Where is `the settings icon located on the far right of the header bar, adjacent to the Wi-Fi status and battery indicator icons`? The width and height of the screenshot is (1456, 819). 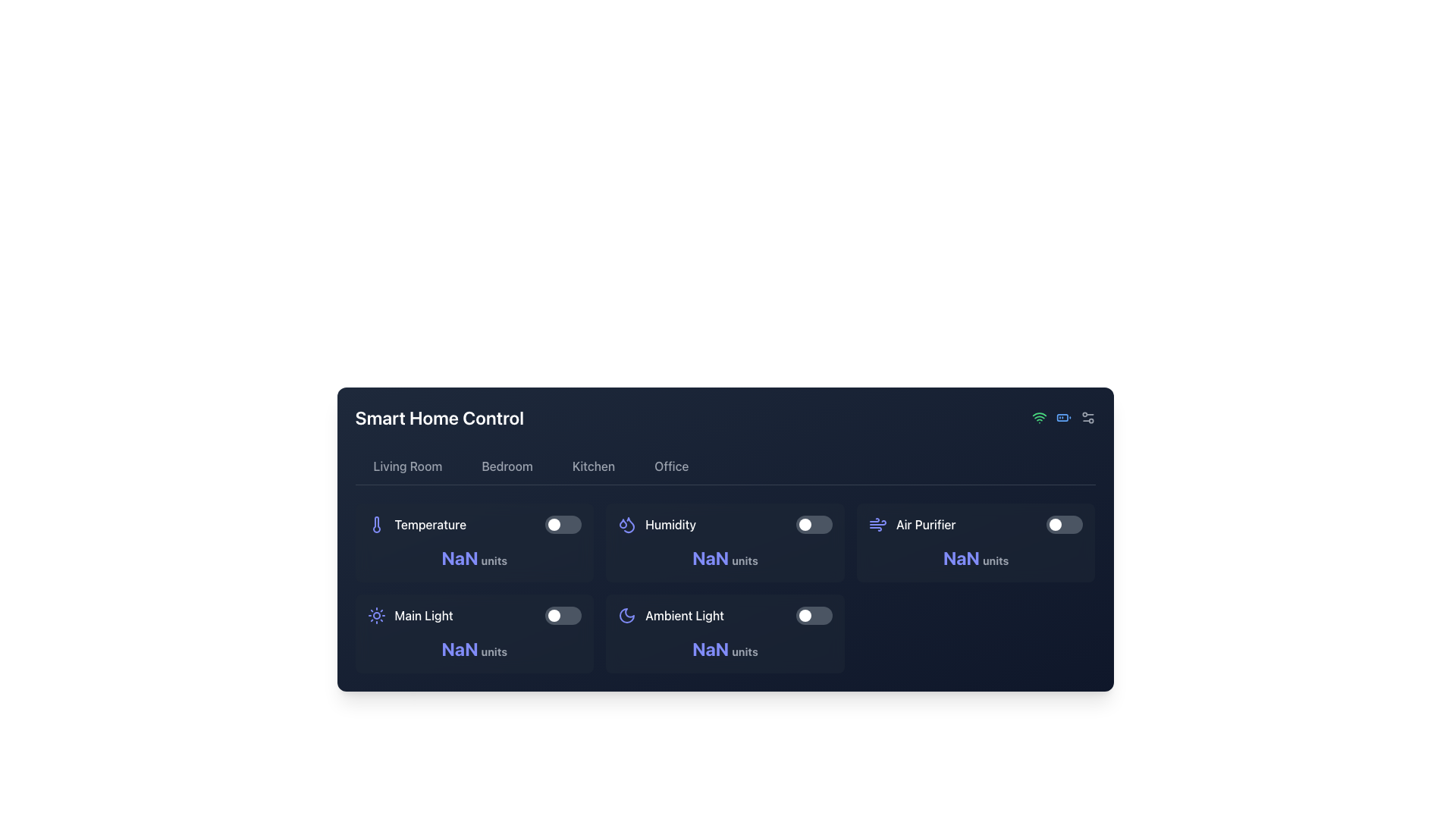
the settings icon located on the far right of the header bar, adjacent to the Wi-Fi status and battery indicator icons is located at coordinates (1087, 418).